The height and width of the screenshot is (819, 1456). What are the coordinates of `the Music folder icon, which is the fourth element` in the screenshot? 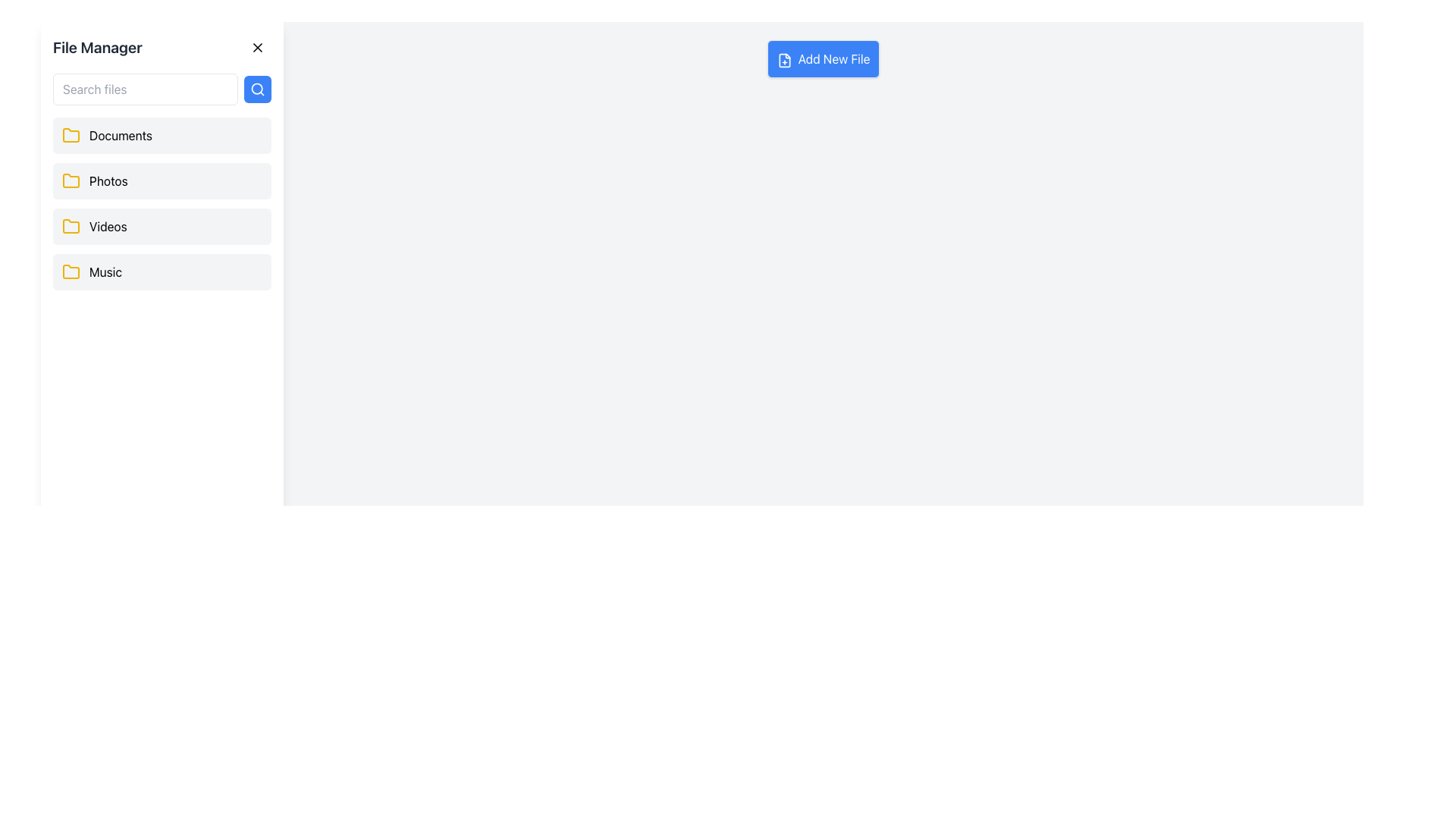 It's located at (71, 271).